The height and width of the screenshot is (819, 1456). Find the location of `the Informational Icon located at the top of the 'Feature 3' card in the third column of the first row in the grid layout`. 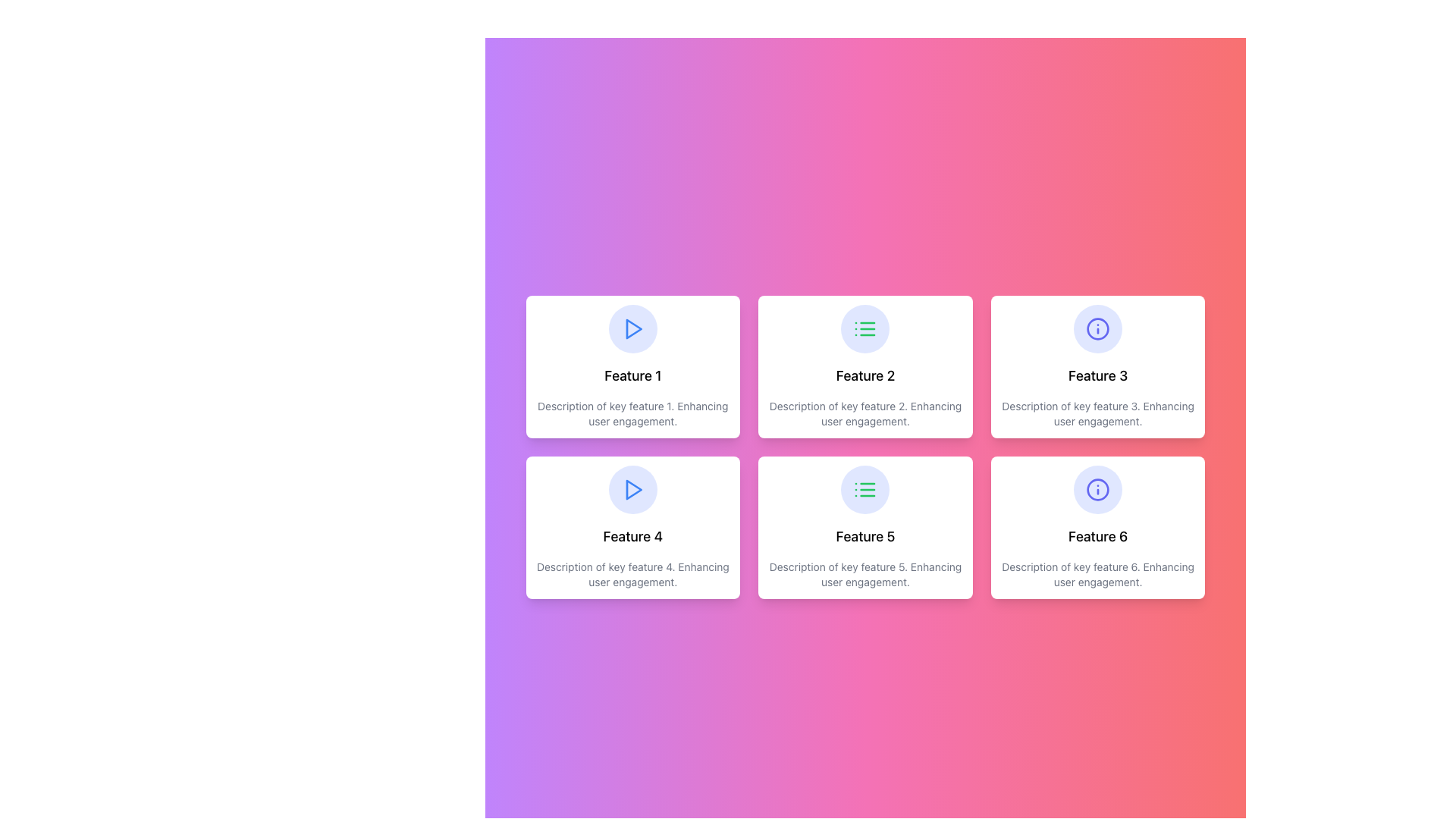

the Informational Icon located at the top of the 'Feature 3' card in the third column of the first row in the grid layout is located at coordinates (1098, 489).